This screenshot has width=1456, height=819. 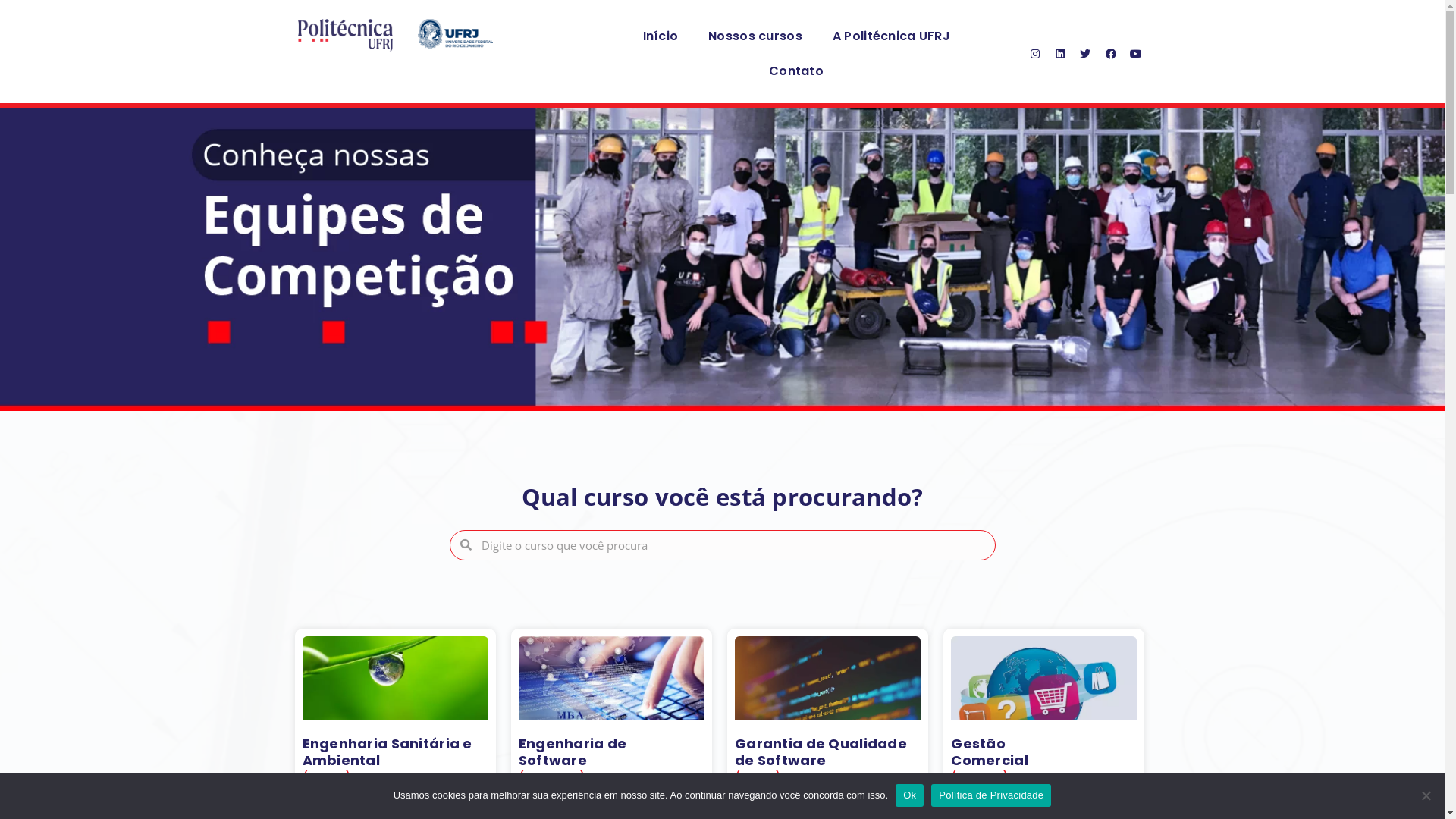 What do you see at coordinates (1425, 795) in the screenshot?
I see `'No'` at bounding box center [1425, 795].